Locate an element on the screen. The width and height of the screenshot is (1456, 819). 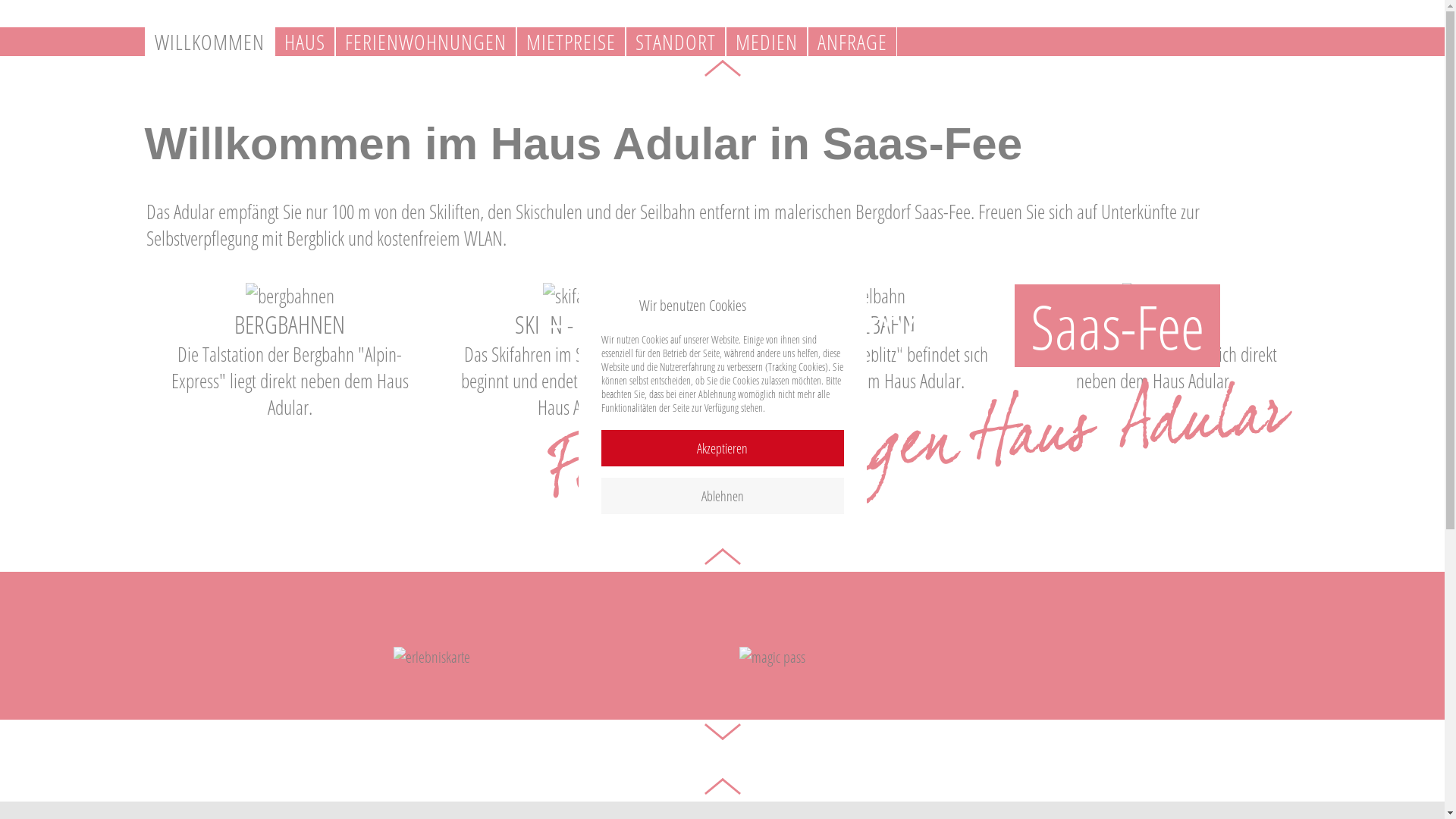
'MEDIEN' is located at coordinates (723, 40).